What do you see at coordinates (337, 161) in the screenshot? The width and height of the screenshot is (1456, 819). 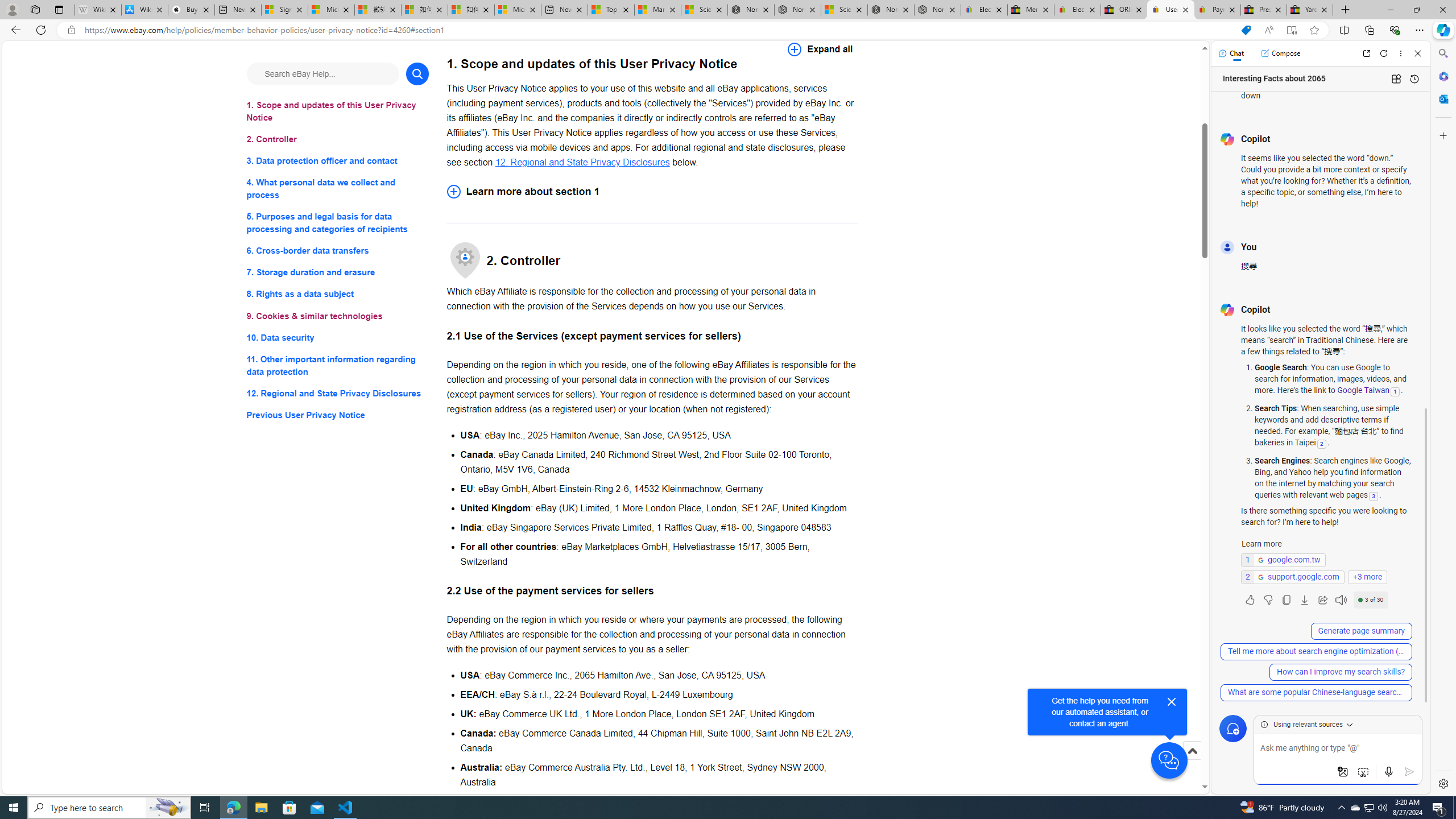 I see `'3. Data protection officer and contact'` at bounding box center [337, 161].